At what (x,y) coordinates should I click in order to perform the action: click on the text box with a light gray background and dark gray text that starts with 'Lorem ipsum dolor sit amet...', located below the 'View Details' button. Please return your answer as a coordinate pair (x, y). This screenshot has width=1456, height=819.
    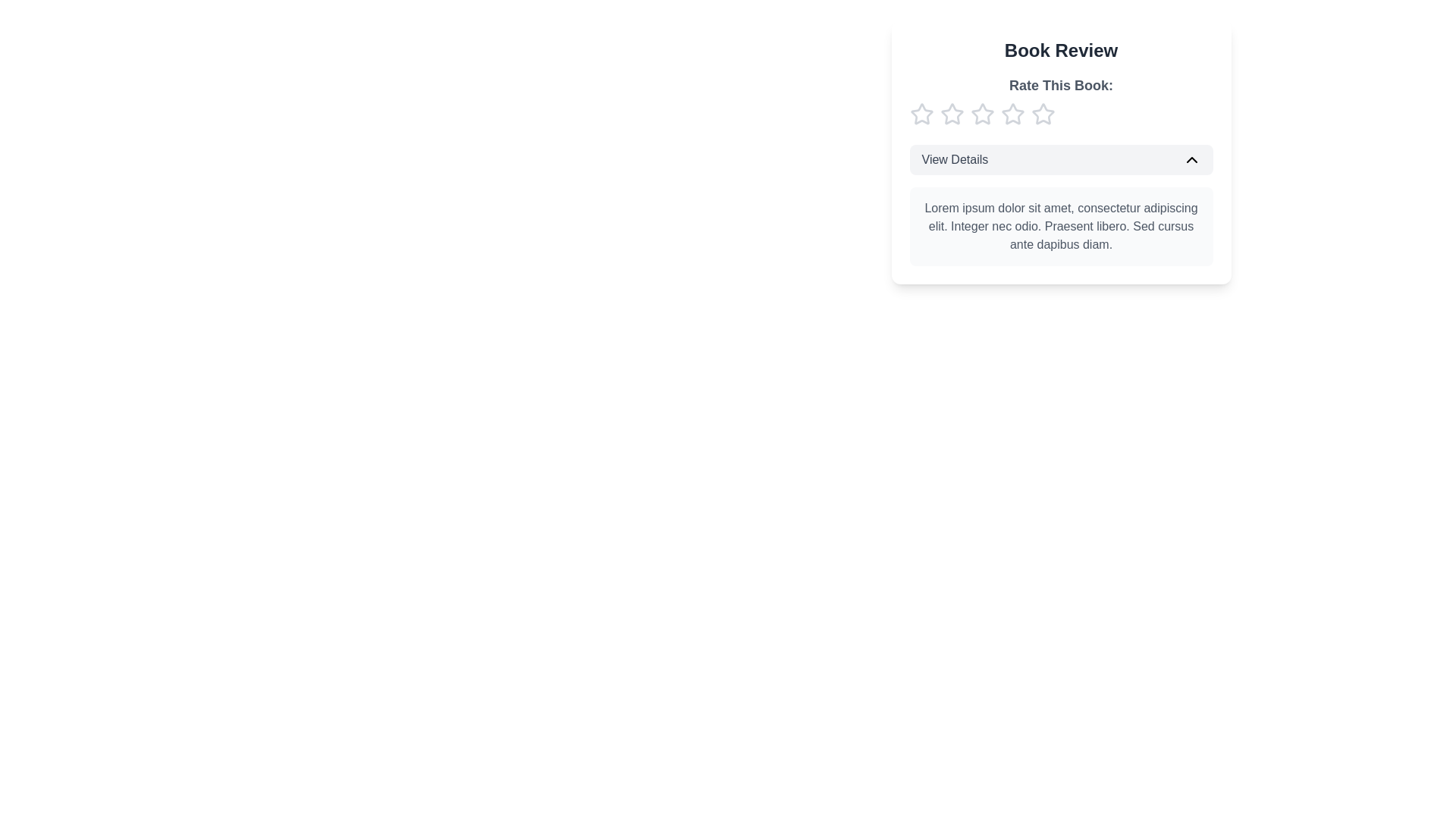
    Looking at the image, I should click on (1060, 227).